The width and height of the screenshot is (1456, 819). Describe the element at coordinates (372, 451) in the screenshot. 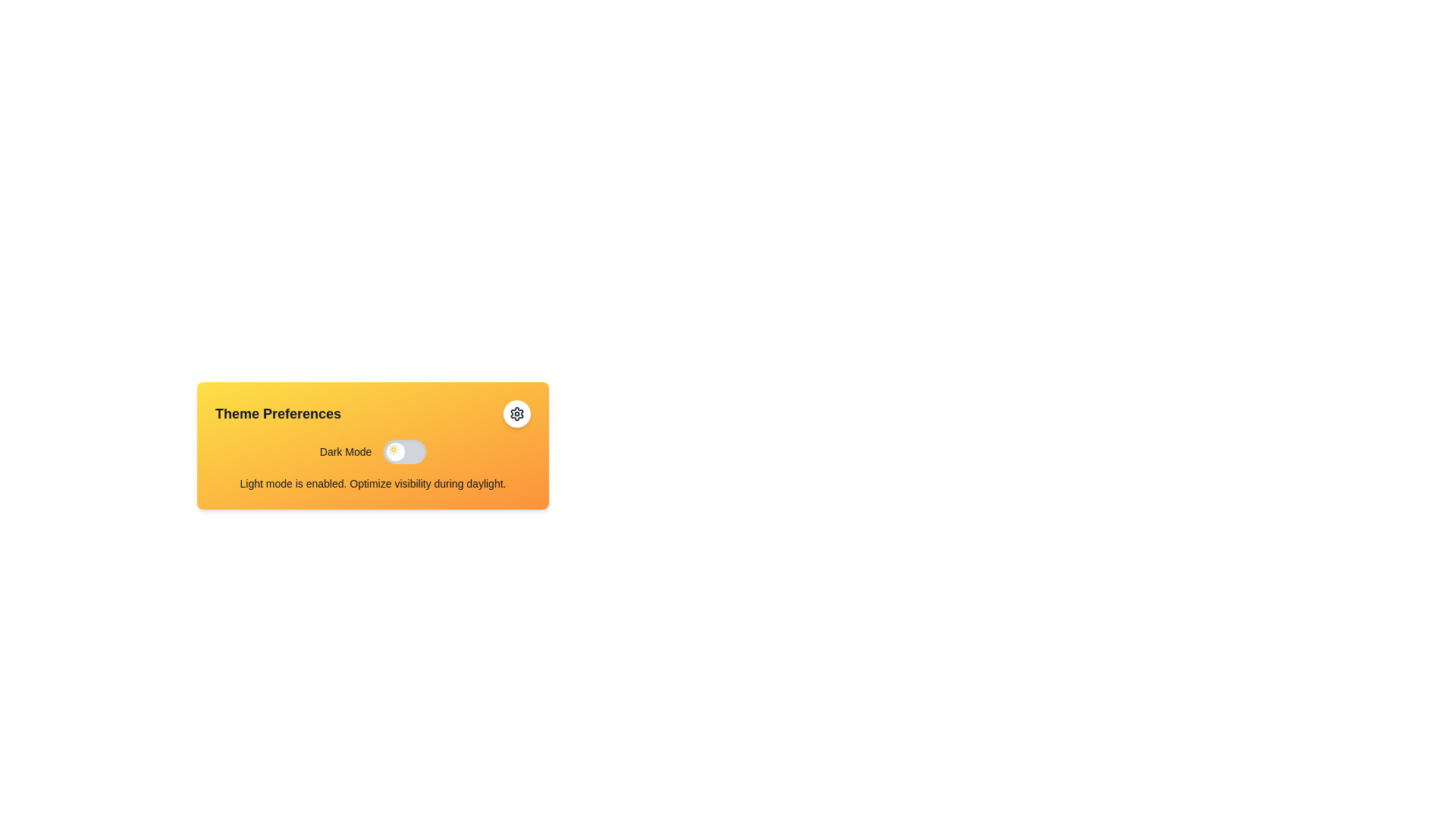

I see `the 'Dark Mode' toggle switch to change its state from inactive to active` at that location.